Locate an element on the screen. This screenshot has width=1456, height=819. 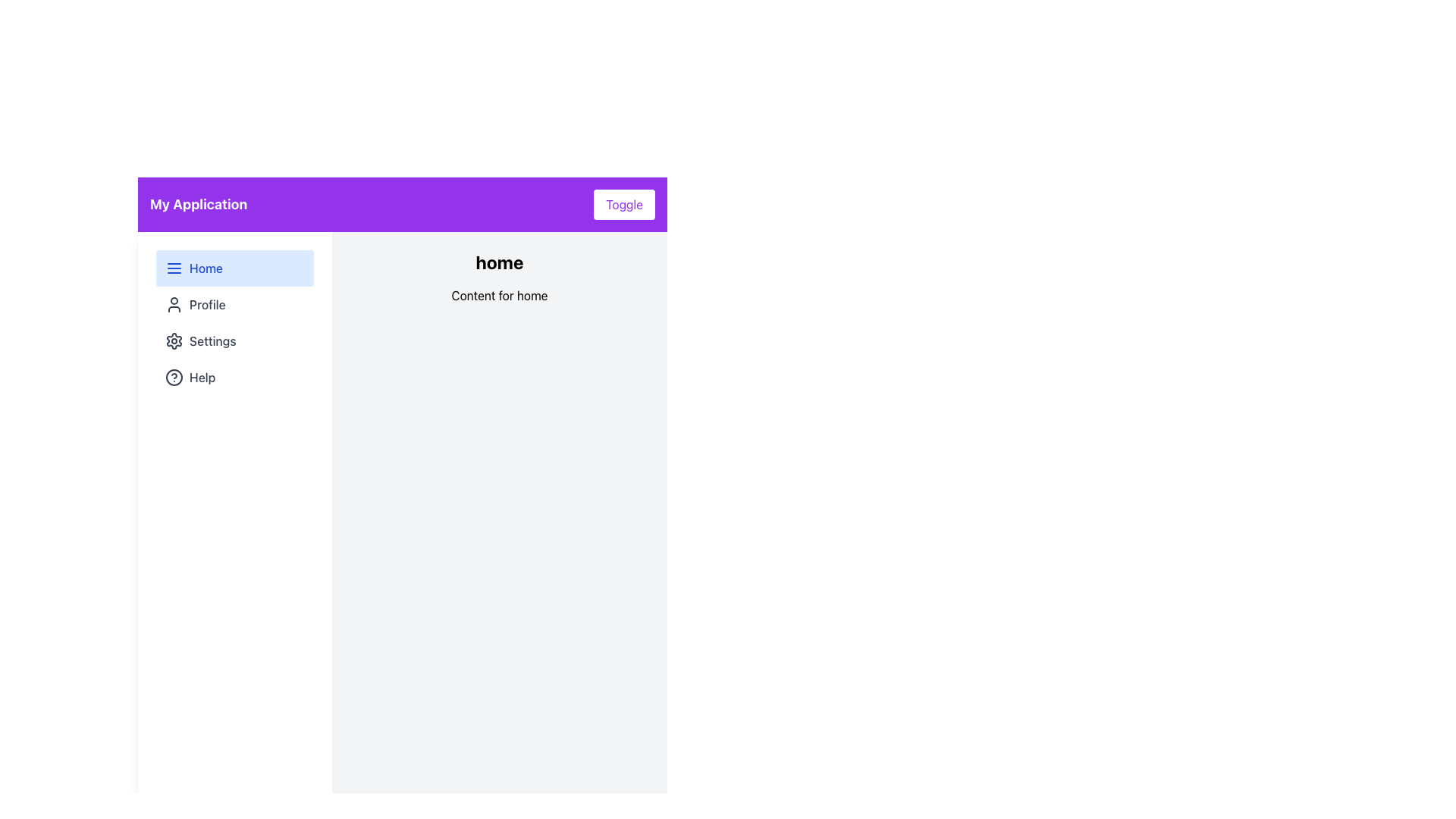
the text label displaying 'My Application' which is styled with a bold font against a purple background is located at coordinates (198, 205).